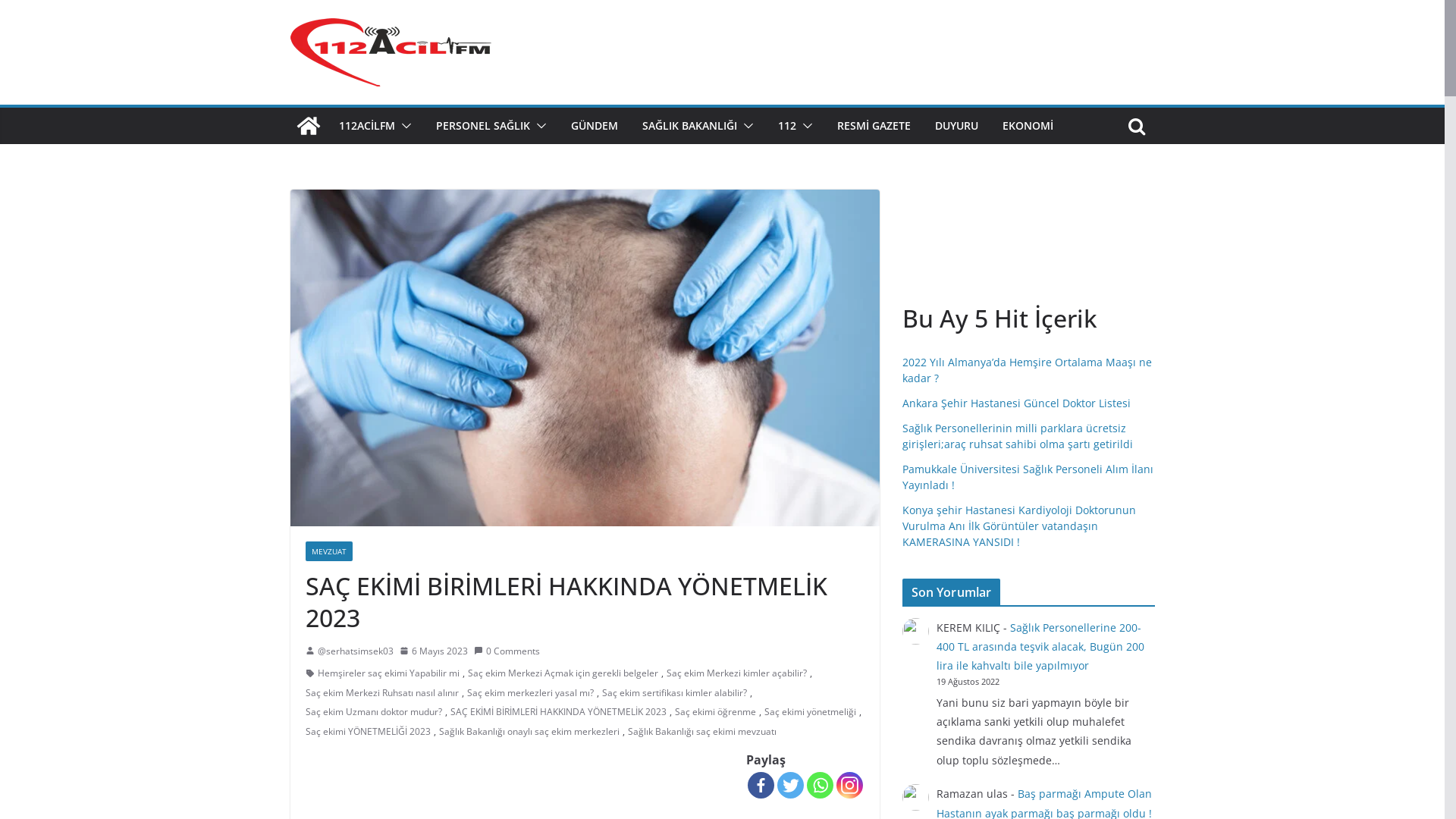 The width and height of the screenshot is (1456, 819). Describe the element at coordinates (786, 124) in the screenshot. I see `'112'` at that location.